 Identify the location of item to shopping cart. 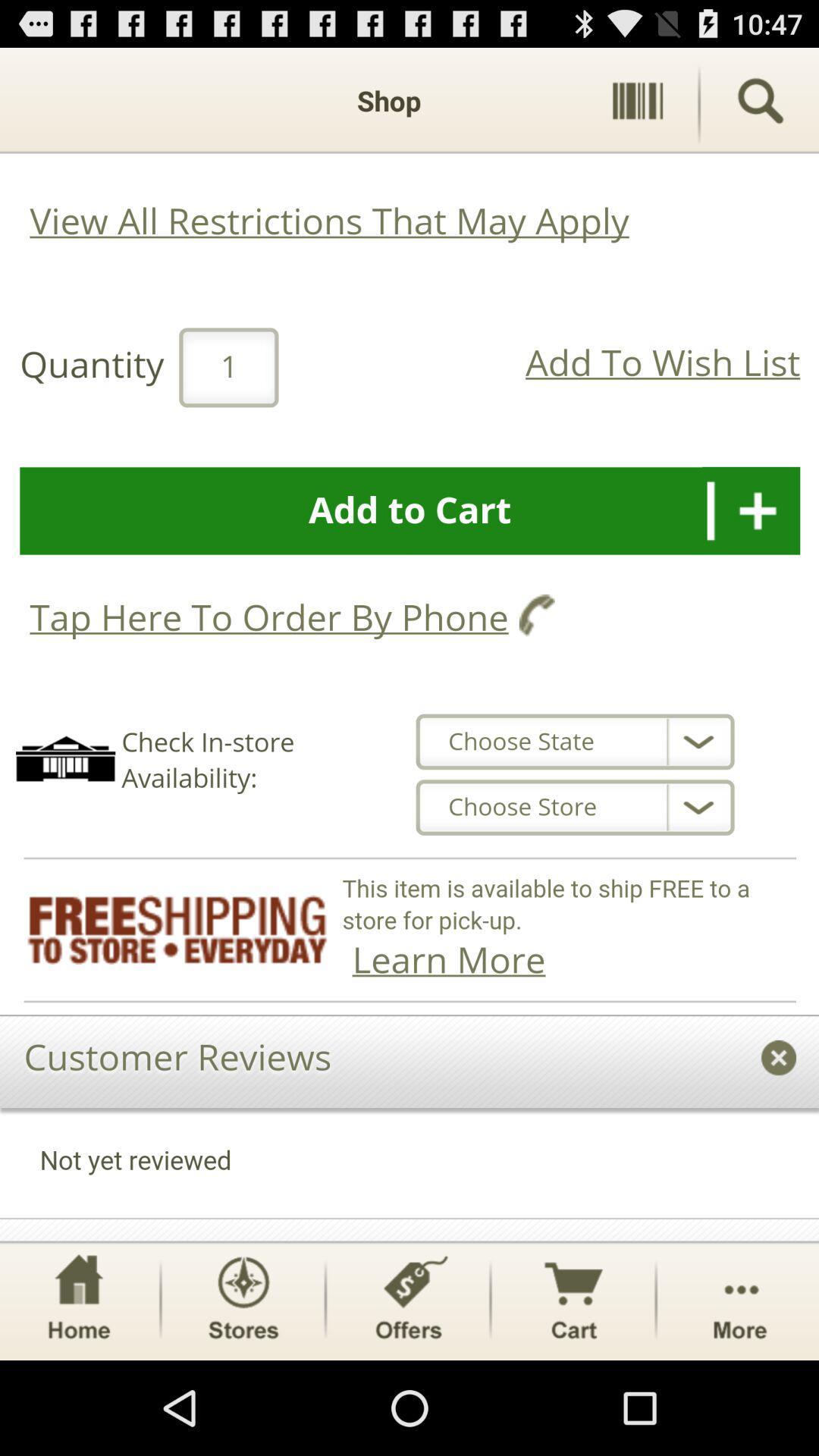
(409, 644).